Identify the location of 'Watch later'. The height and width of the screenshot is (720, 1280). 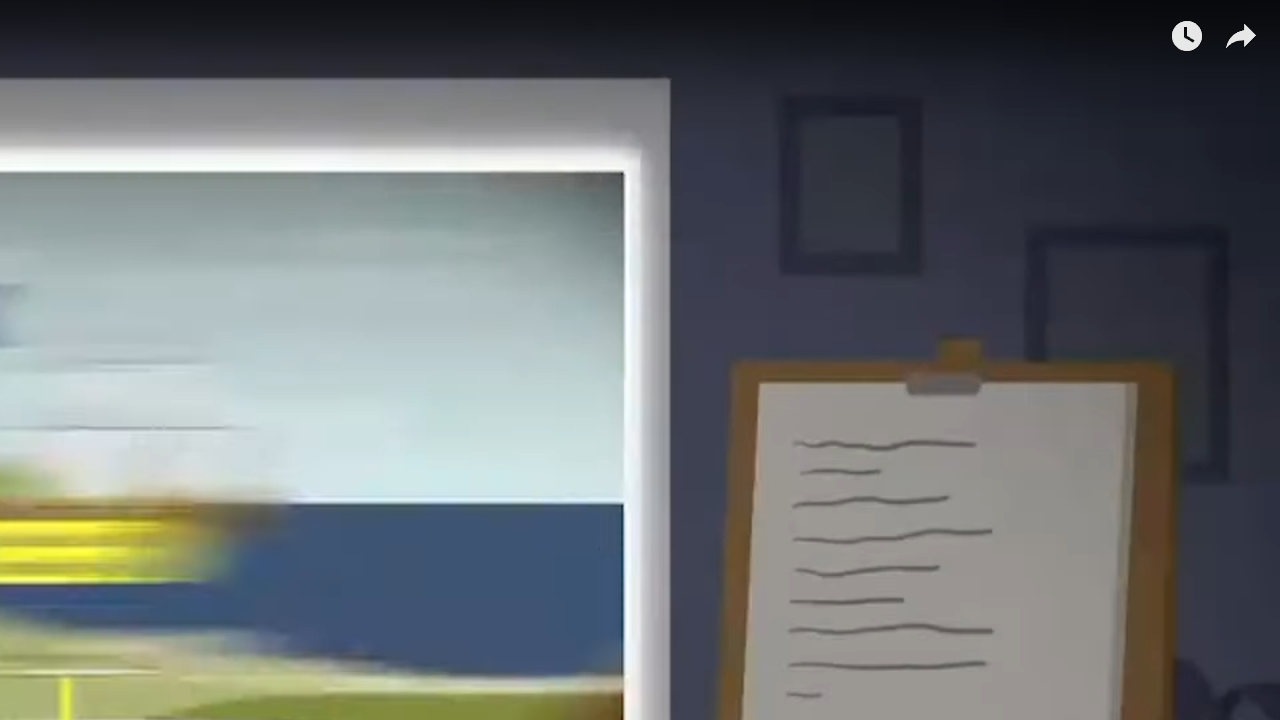
(1186, 31).